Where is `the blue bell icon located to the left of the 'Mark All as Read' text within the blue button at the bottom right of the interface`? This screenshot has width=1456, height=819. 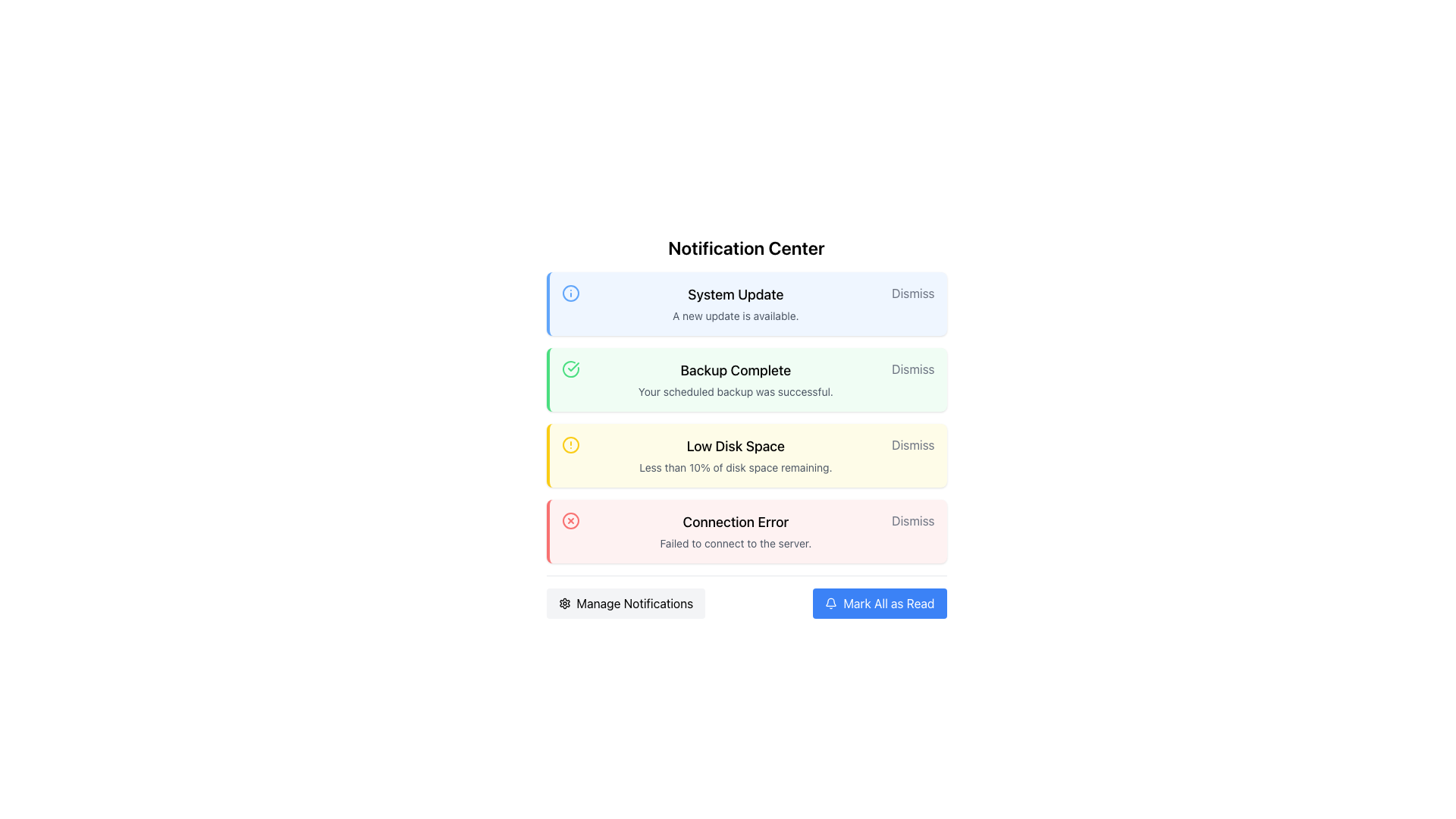
the blue bell icon located to the left of the 'Mark All as Read' text within the blue button at the bottom right of the interface is located at coordinates (830, 602).